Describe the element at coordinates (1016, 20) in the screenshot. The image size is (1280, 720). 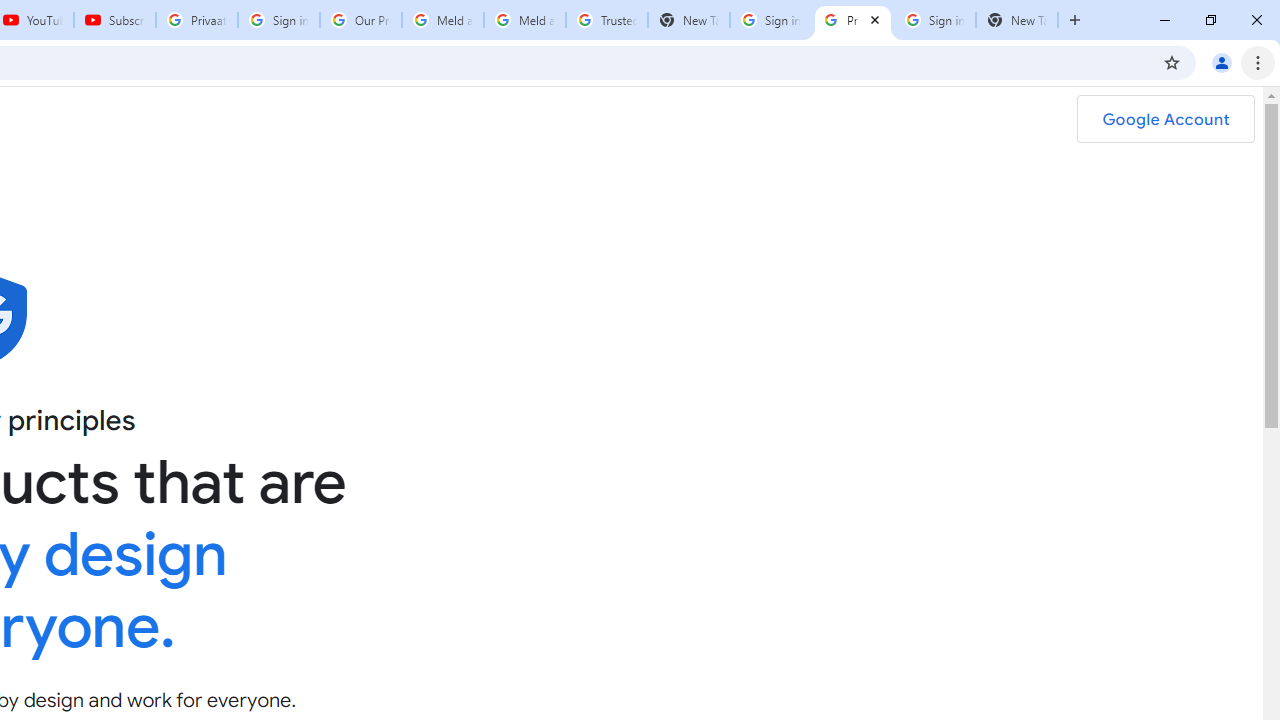
I see `'New Tab'` at that location.